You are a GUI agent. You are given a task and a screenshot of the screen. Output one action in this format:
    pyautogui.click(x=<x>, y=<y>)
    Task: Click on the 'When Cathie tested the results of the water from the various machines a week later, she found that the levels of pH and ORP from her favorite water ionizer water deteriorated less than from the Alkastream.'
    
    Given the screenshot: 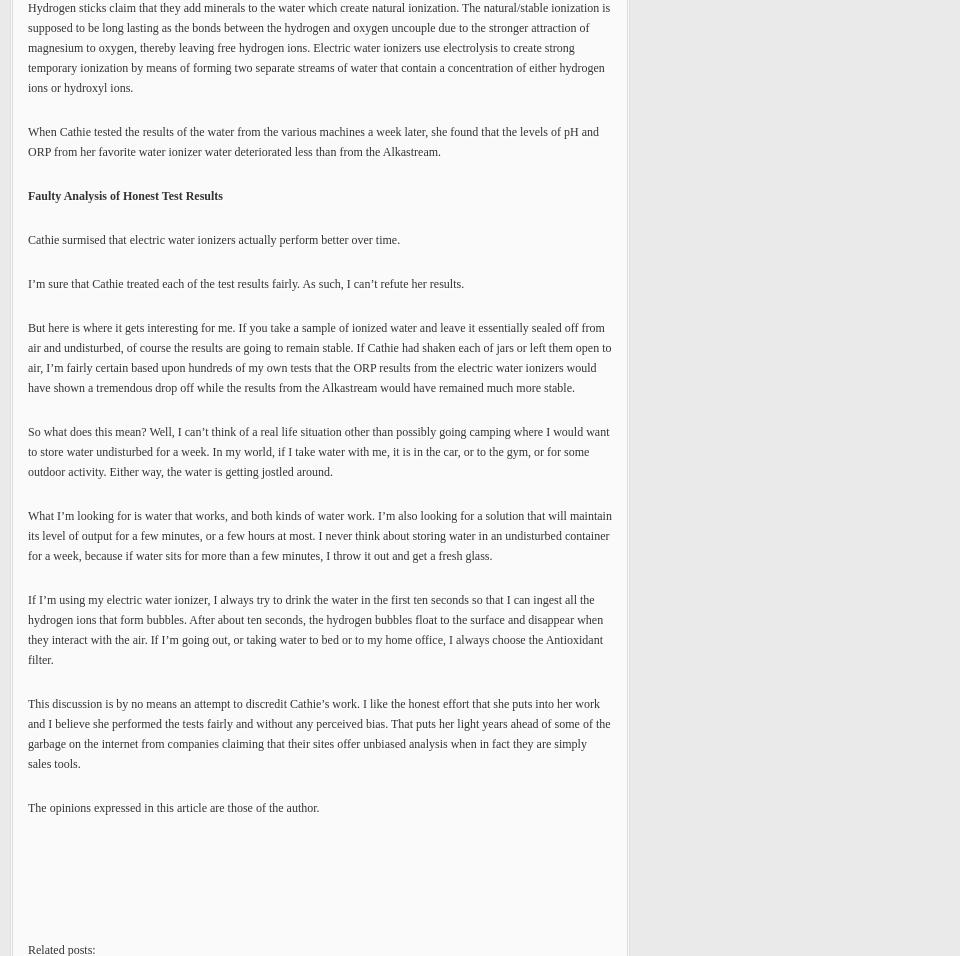 What is the action you would take?
    pyautogui.click(x=313, y=141)
    